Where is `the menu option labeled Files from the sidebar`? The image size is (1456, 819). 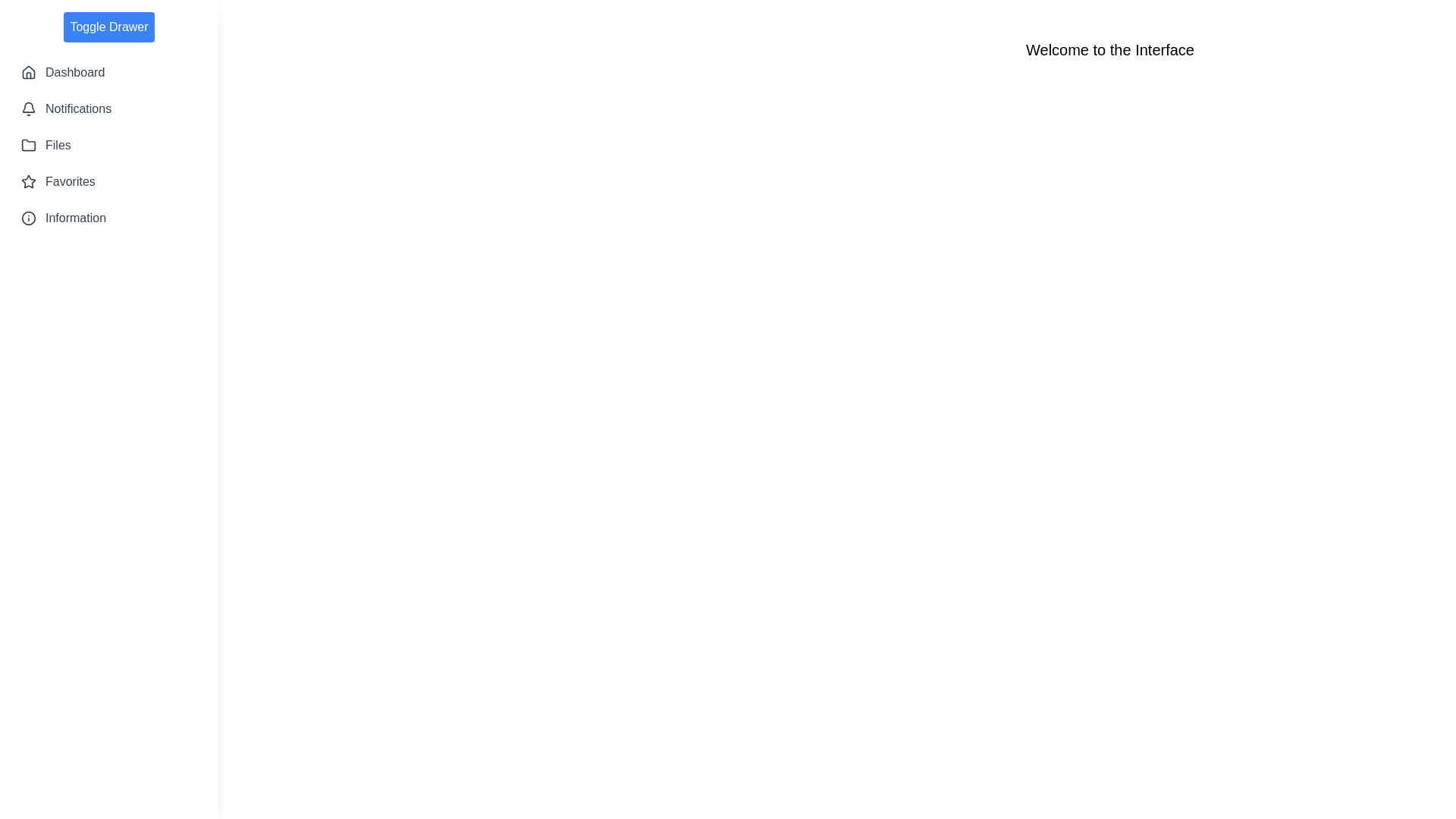 the menu option labeled Files from the sidebar is located at coordinates (108, 146).